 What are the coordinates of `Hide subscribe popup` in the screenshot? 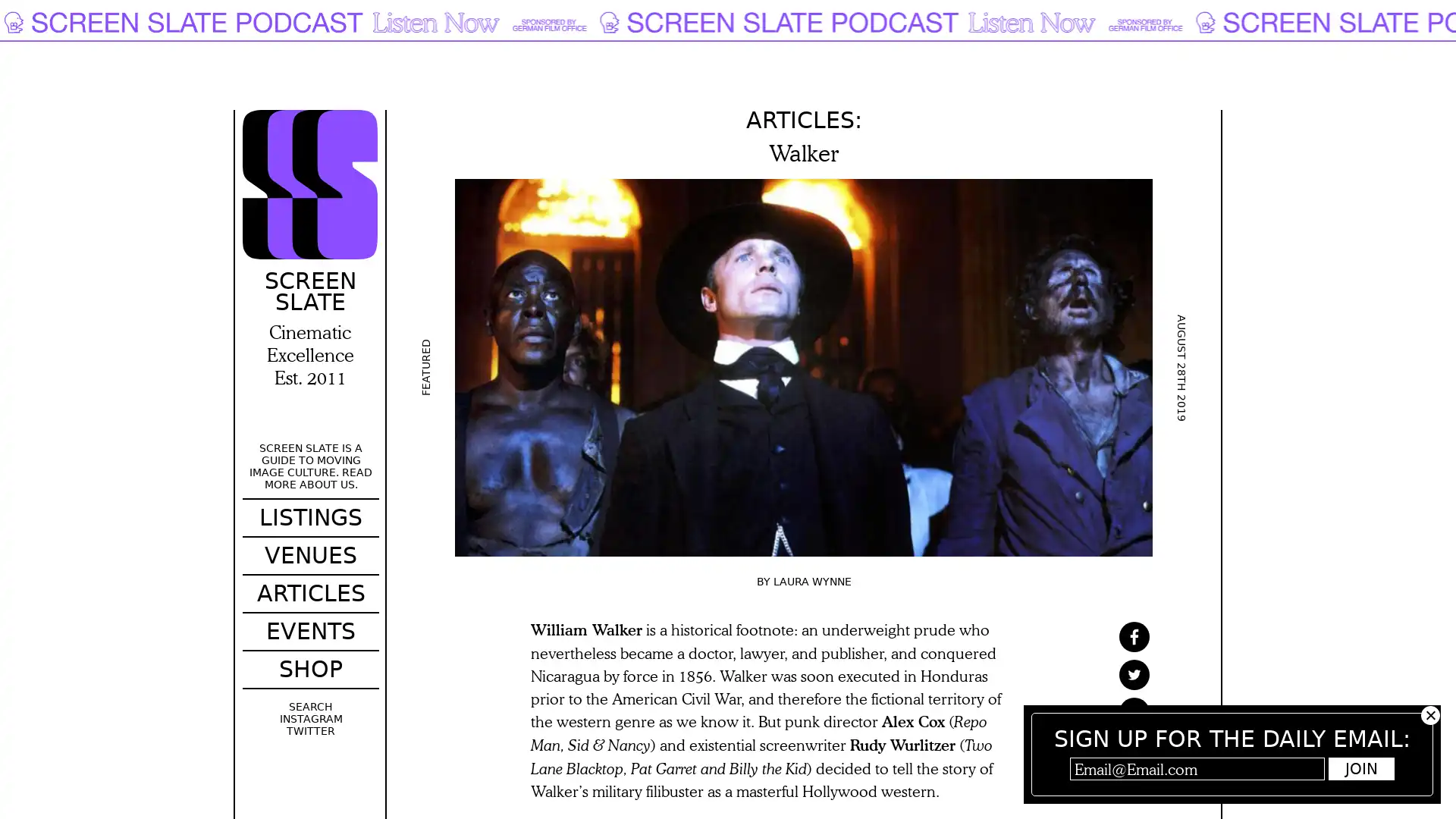 It's located at (1429, 715).